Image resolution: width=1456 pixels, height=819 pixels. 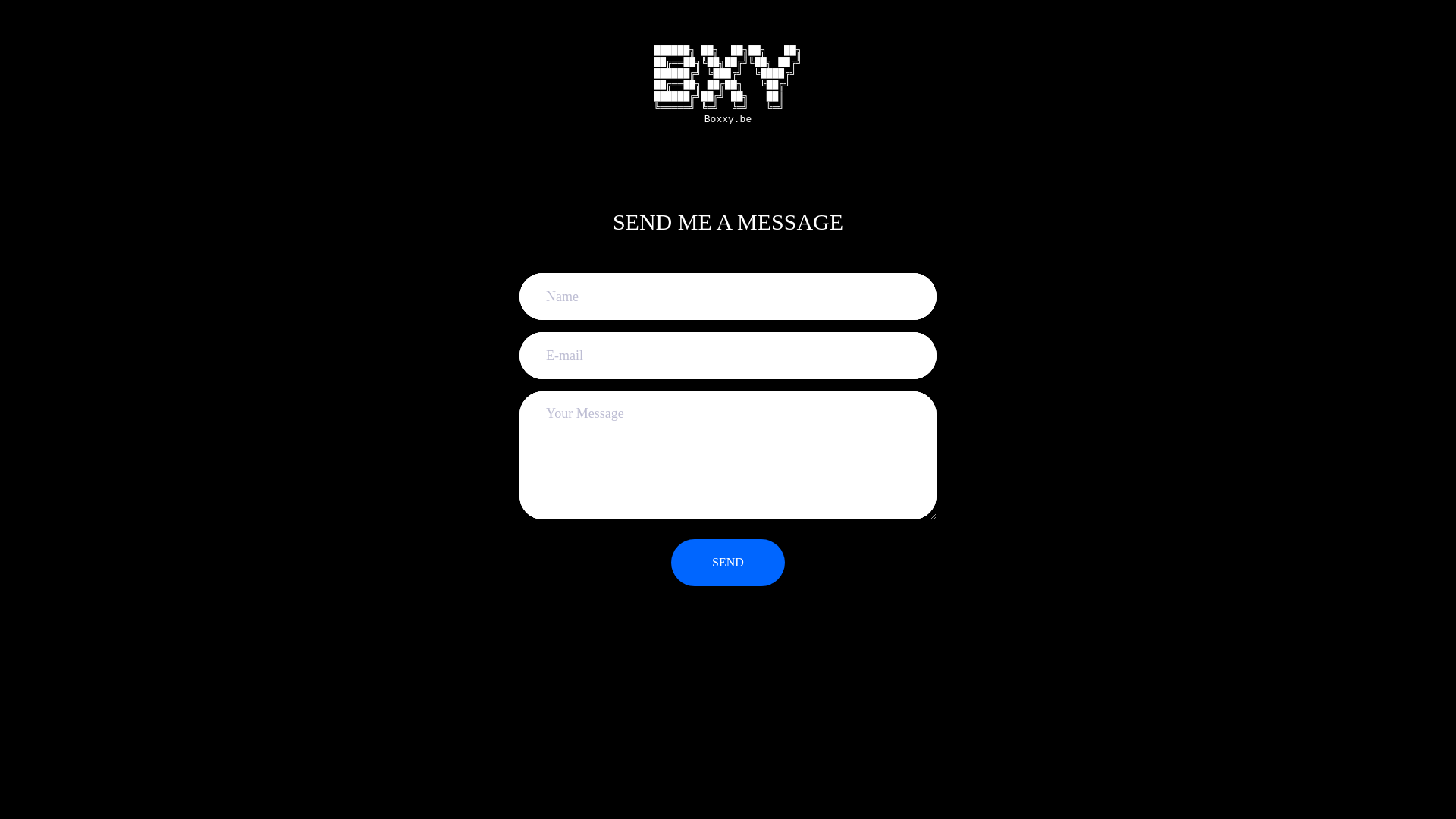 What do you see at coordinates (670, 562) in the screenshot?
I see `'SEND'` at bounding box center [670, 562].